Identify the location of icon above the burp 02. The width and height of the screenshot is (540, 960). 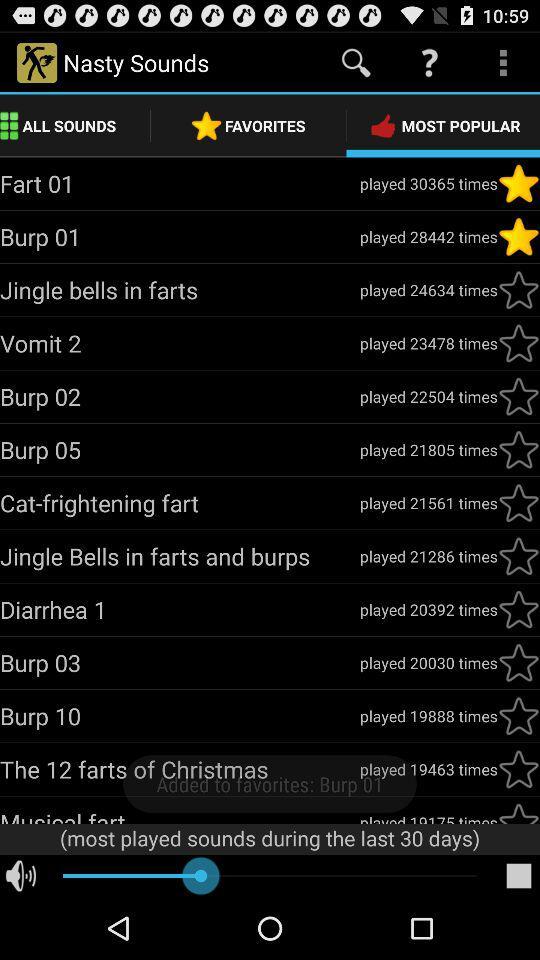
(179, 343).